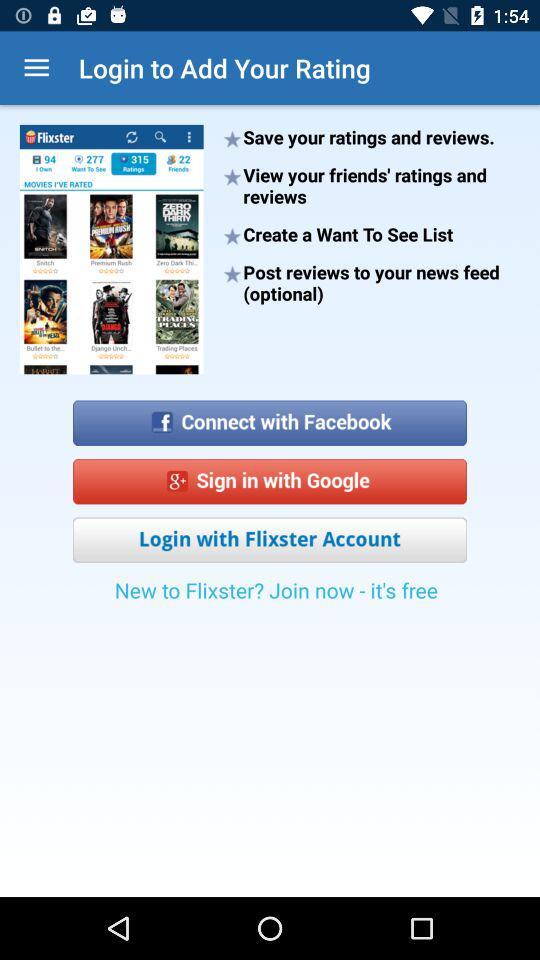  Describe the element at coordinates (270, 539) in the screenshot. I see `login with flixter account` at that location.